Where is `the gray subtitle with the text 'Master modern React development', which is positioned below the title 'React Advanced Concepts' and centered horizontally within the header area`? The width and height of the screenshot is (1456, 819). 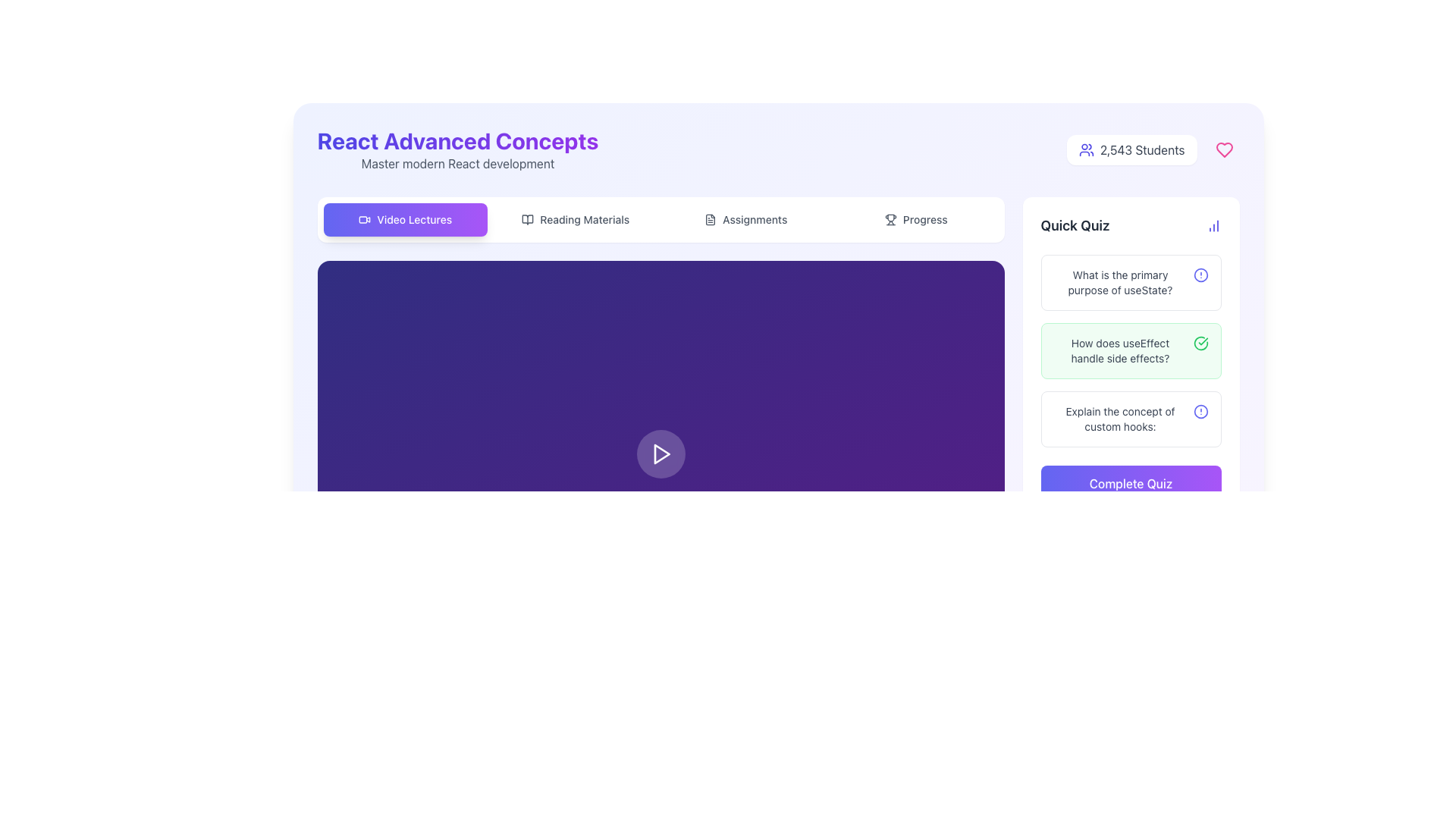 the gray subtitle with the text 'Master modern React development', which is positioned below the title 'React Advanced Concepts' and centered horizontally within the header area is located at coordinates (457, 164).